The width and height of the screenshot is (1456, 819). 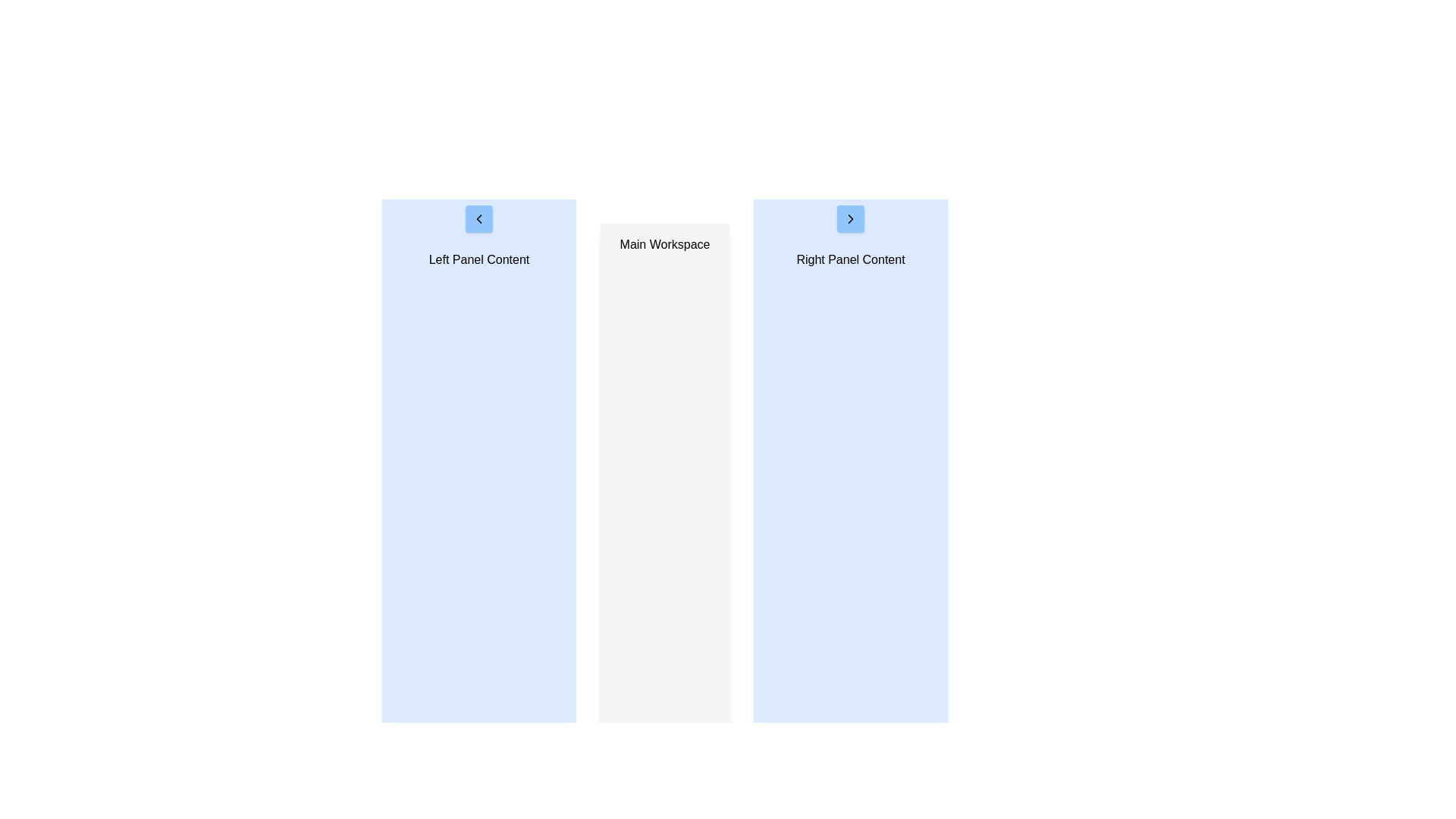 What do you see at coordinates (479, 259) in the screenshot?
I see `the static text label reading 'Left Panel Content', which is styled in a moderate-sized sans-serif font in black, located in the Left Panel, below an interactive left chevron arrow icon` at bounding box center [479, 259].